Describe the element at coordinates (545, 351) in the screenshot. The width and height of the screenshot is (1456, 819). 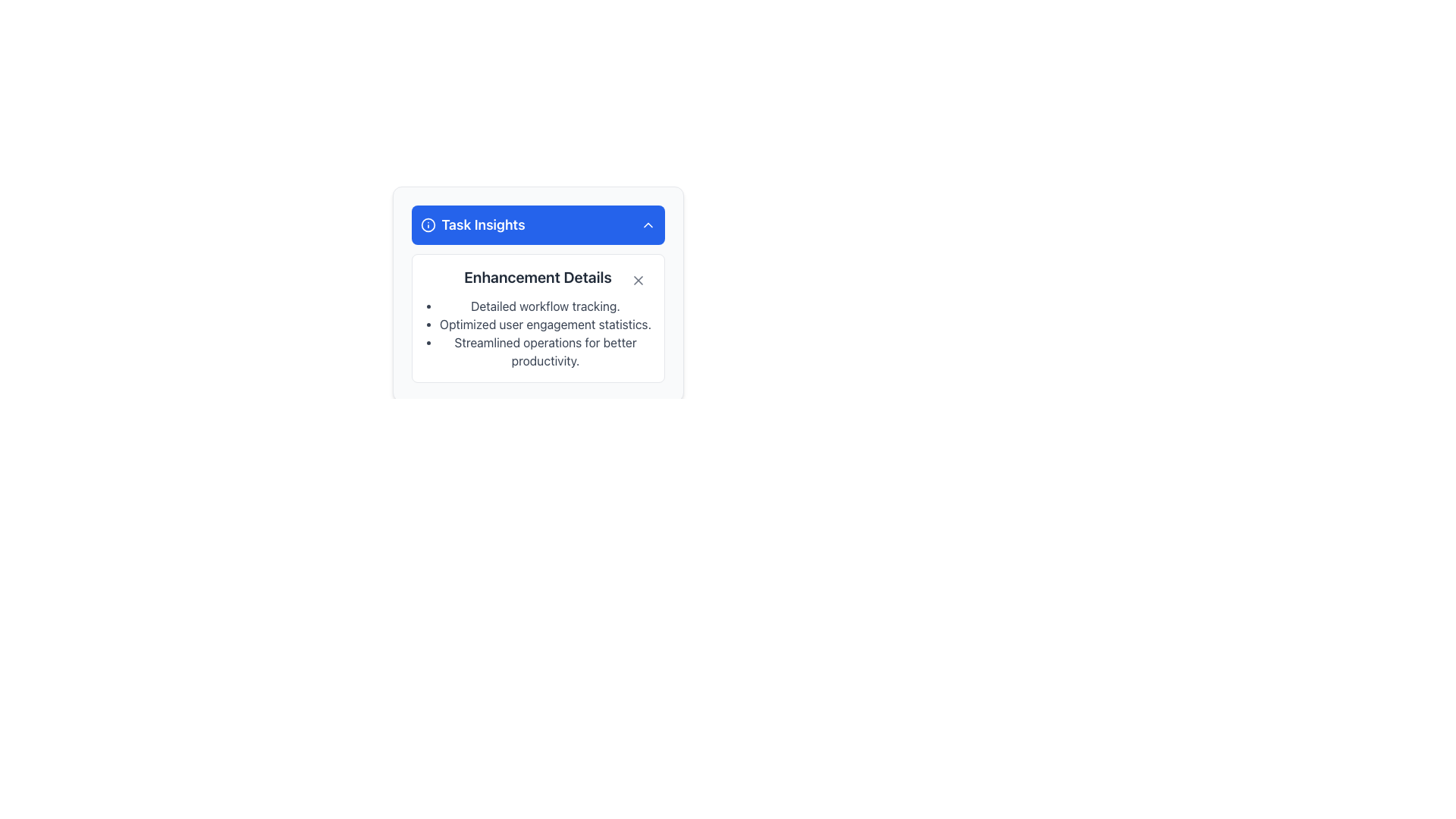
I see `text of the third bullet point in the list titled 'Enhancement Details', which displays the phrase 'Streamlined operations for better productivity.'` at that location.